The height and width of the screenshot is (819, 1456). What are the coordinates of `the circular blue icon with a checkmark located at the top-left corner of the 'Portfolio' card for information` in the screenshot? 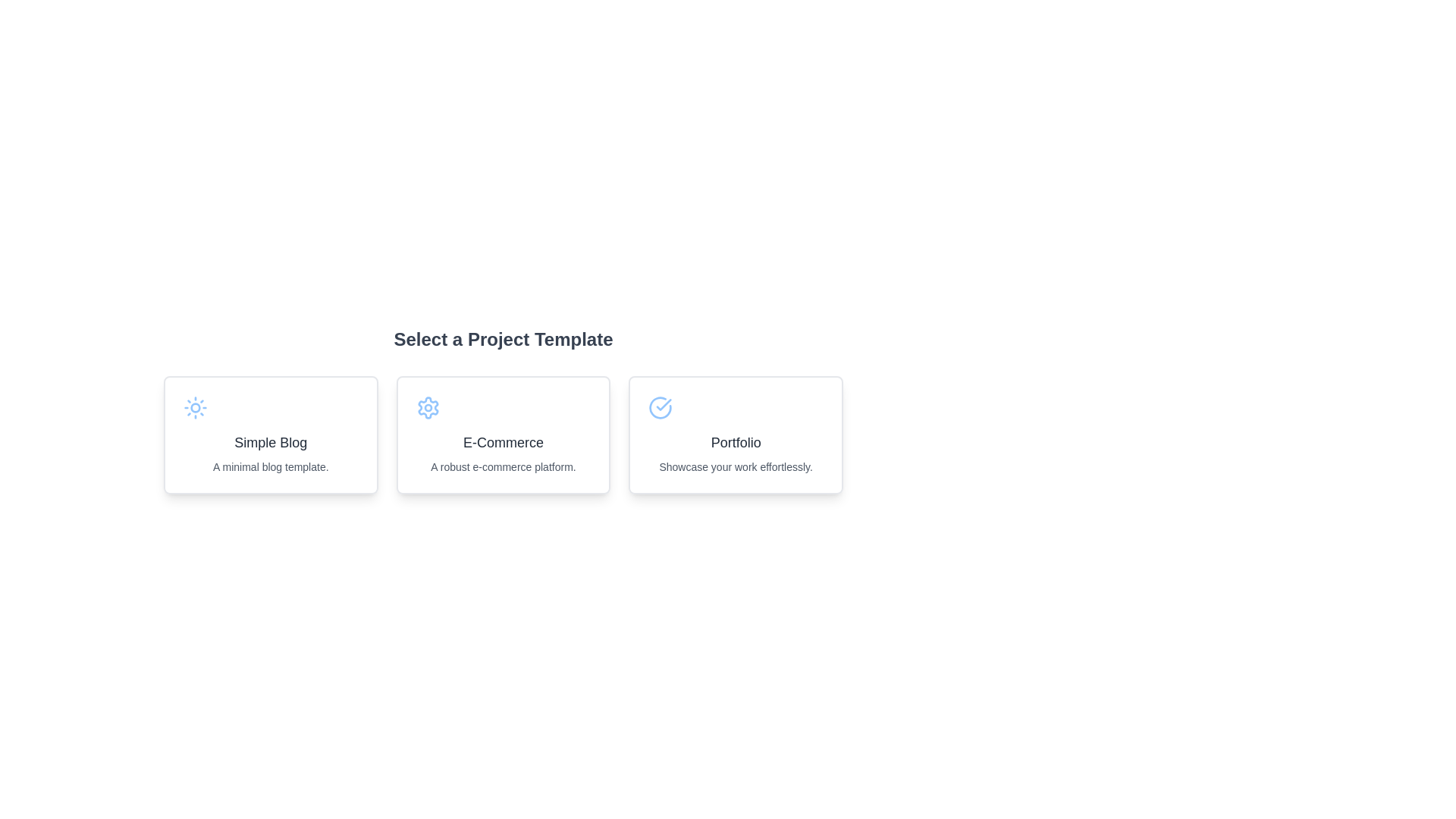 It's located at (661, 406).